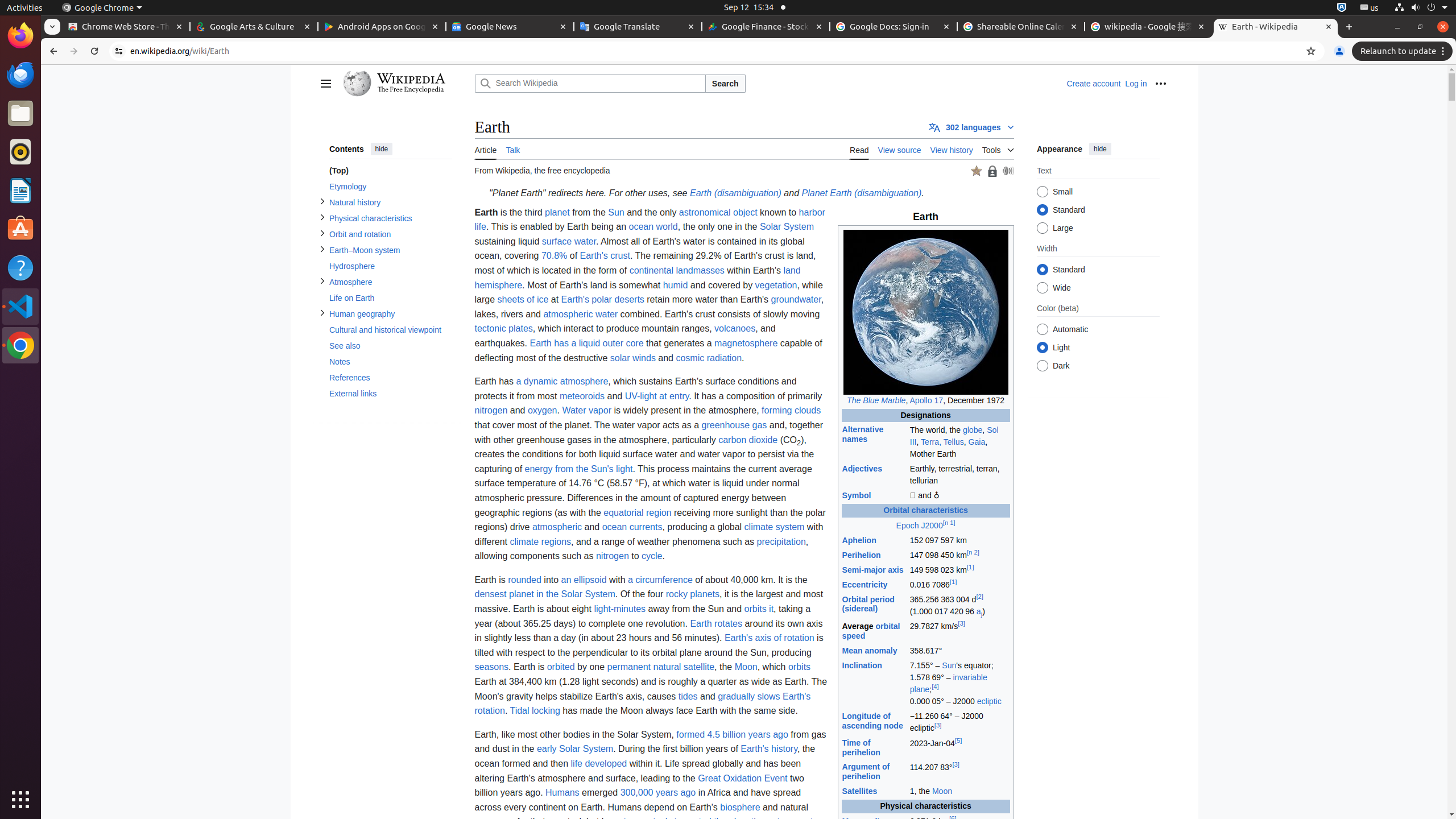 Image resolution: width=1456 pixels, height=819 pixels. Describe the element at coordinates (959, 791) in the screenshot. I see `'1, the Moon'` at that location.